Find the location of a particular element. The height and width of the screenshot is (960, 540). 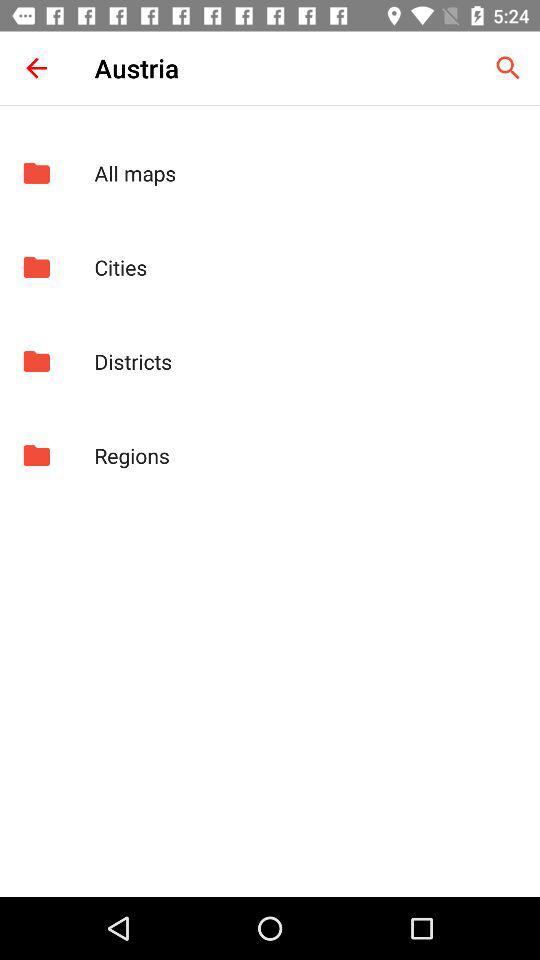

item to the left of the cities app is located at coordinates (36, 266).